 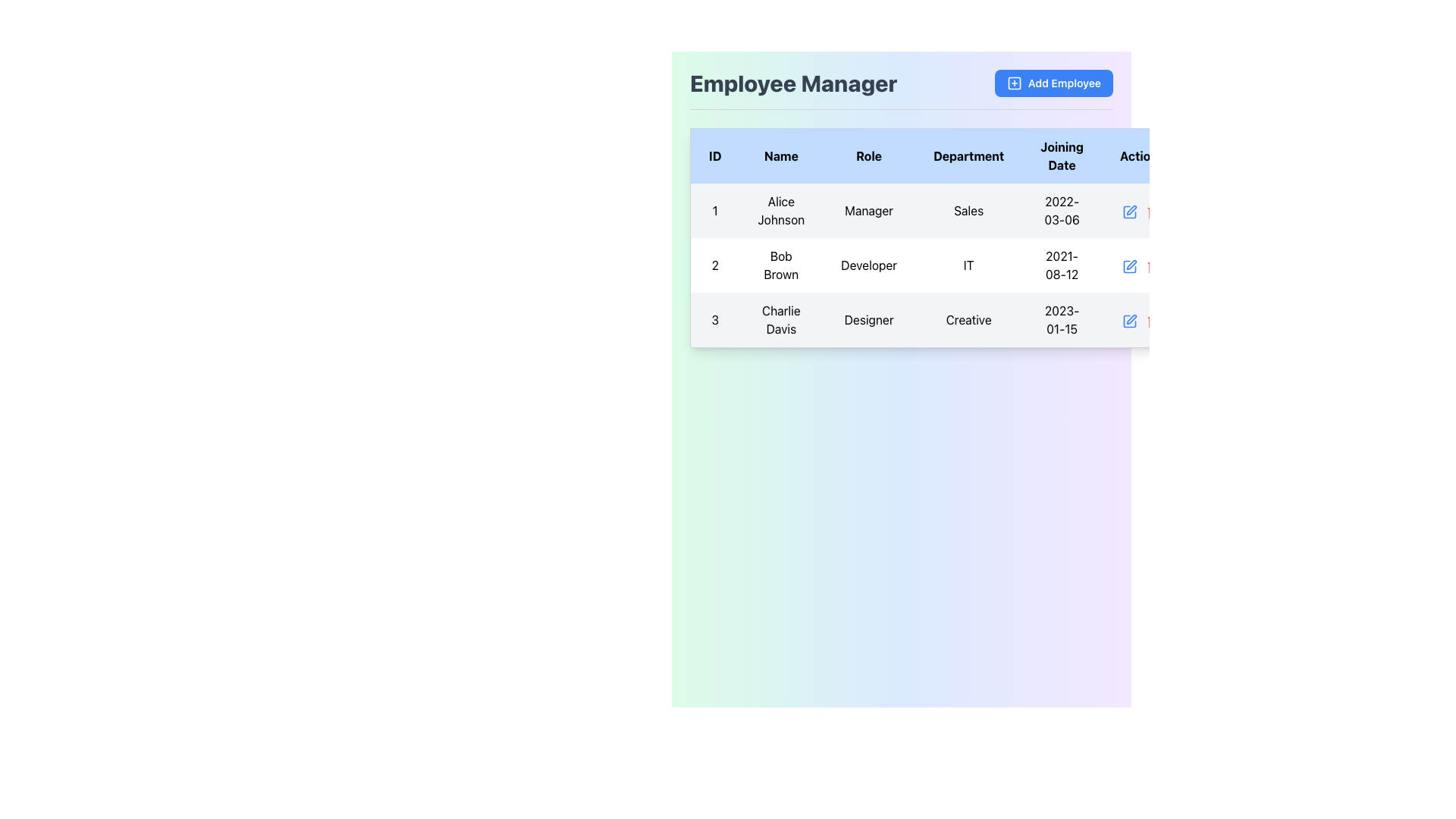 What do you see at coordinates (1053, 83) in the screenshot?
I see `the blue rectangular 'Add Employee' button with a plus icon located in the top-right corner of the 'Employee Manager' section` at bounding box center [1053, 83].